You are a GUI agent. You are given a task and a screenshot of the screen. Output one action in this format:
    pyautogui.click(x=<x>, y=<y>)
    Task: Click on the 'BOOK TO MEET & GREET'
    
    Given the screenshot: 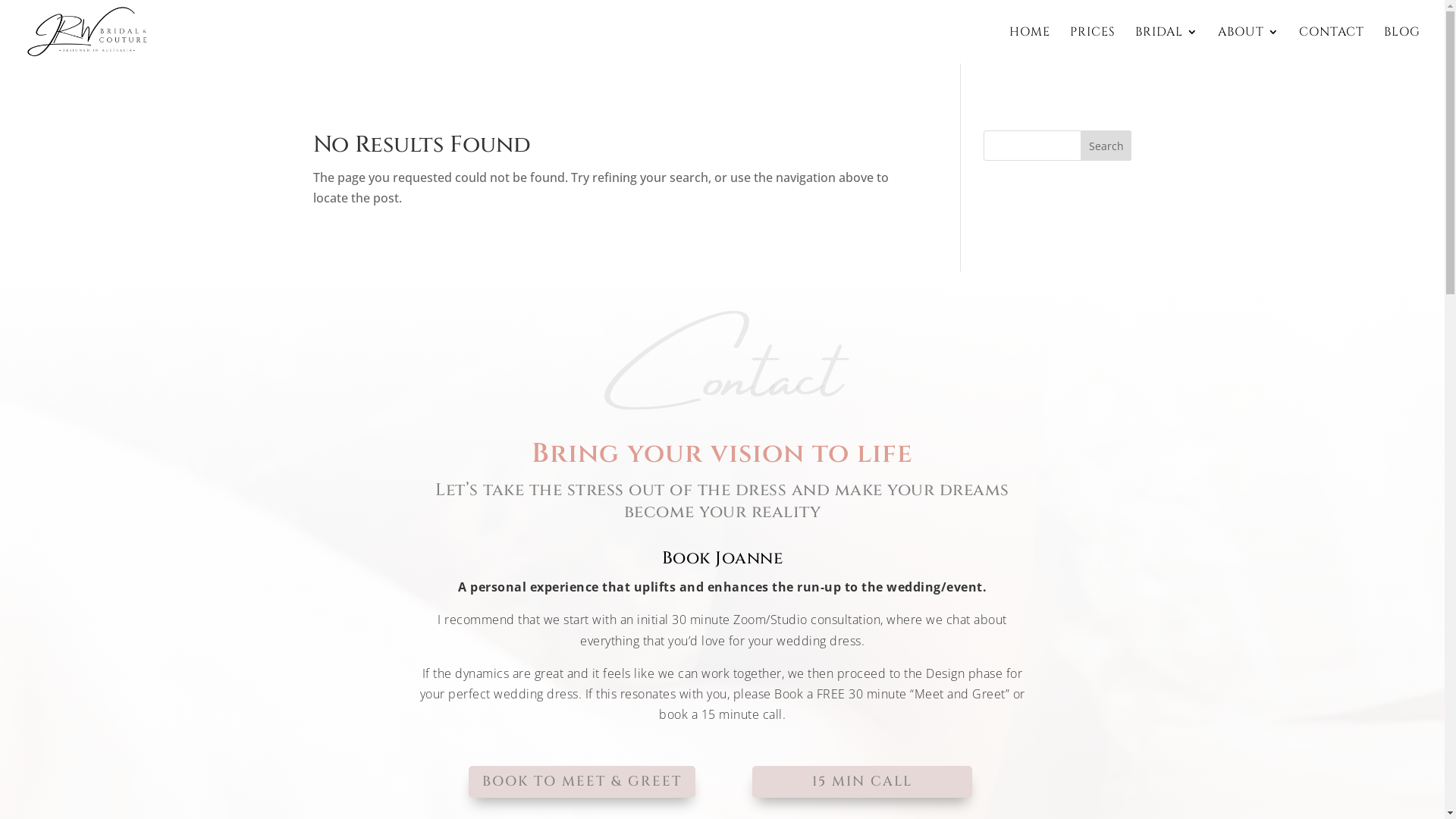 What is the action you would take?
    pyautogui.click(x=581, y=781)
    